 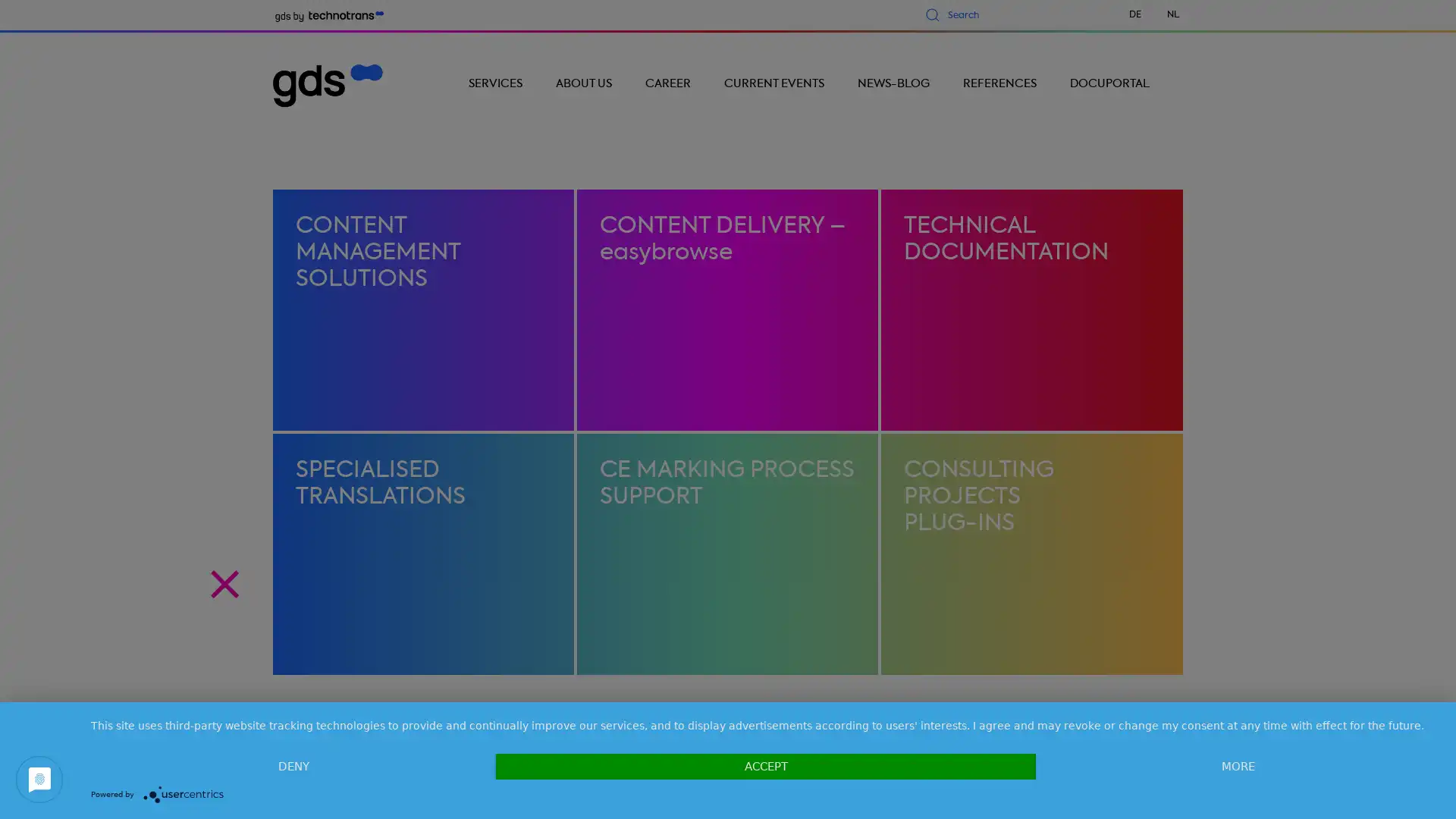 I want to click on MORE, so click(x=1238, y=766).